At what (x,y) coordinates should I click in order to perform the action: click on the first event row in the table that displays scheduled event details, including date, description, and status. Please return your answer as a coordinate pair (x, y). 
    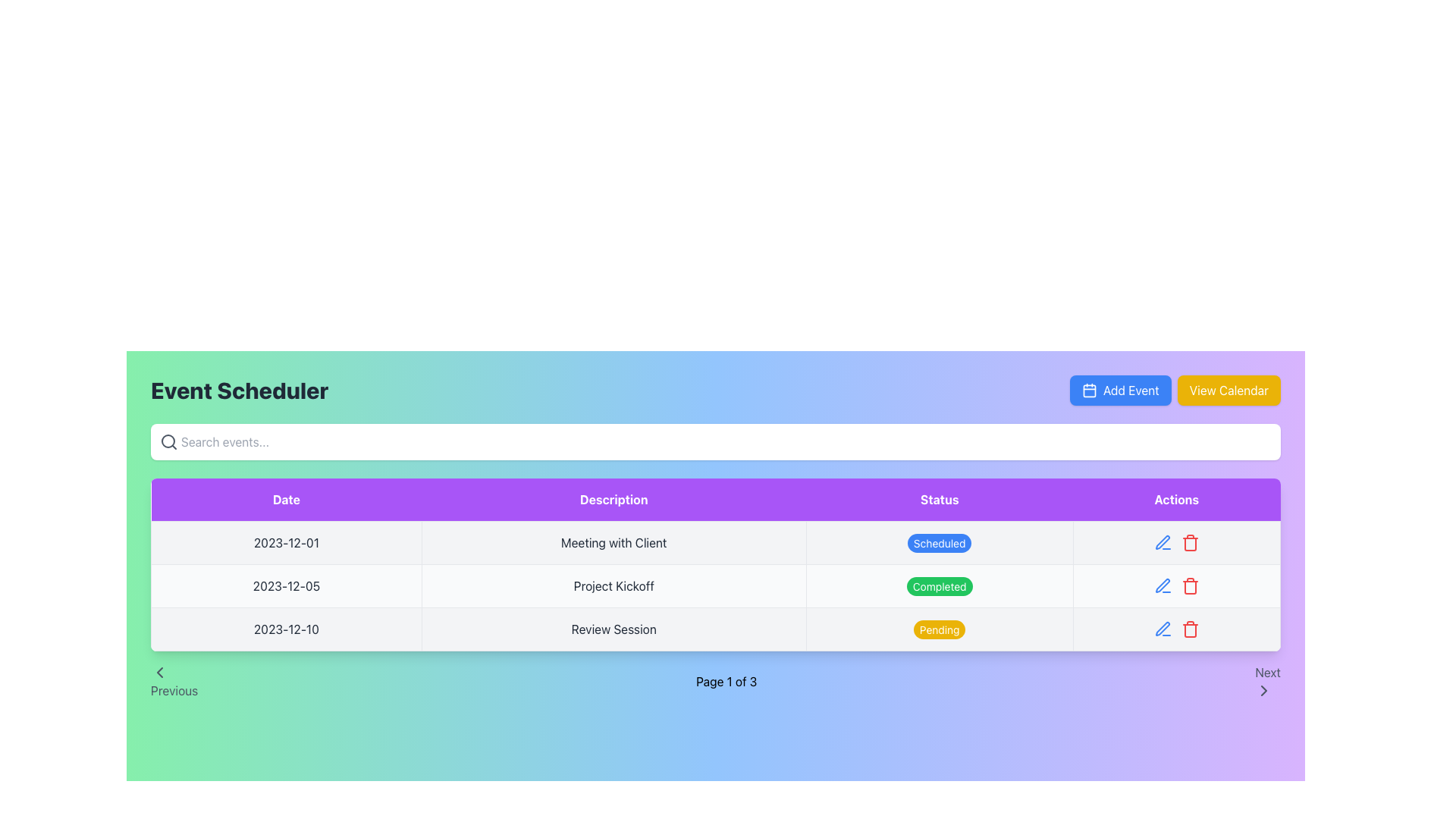
    Looking at the image, I should click on (715, 542).